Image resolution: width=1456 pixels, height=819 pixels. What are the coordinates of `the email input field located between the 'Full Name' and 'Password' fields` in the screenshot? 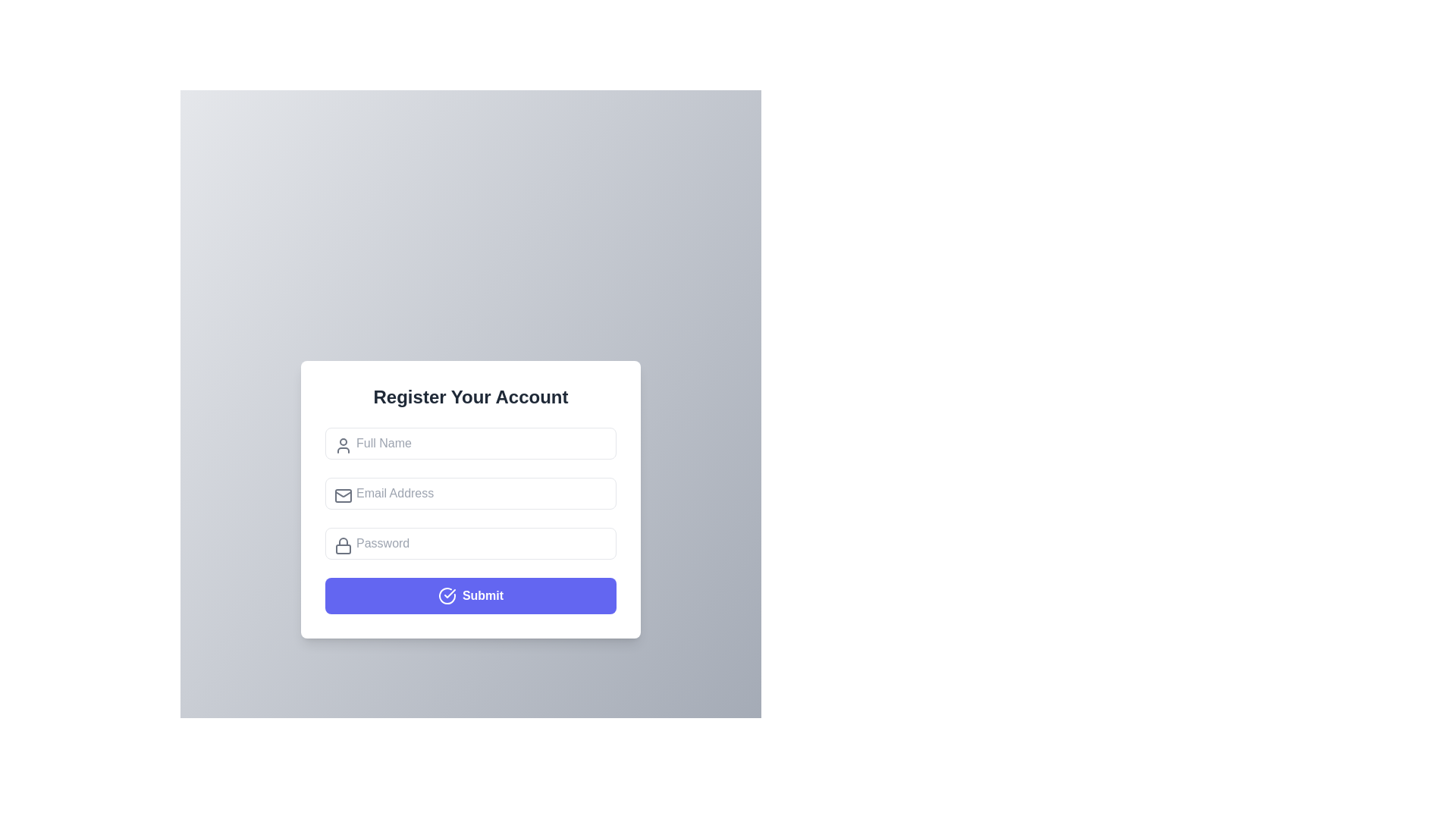 It's located at (469, 499).